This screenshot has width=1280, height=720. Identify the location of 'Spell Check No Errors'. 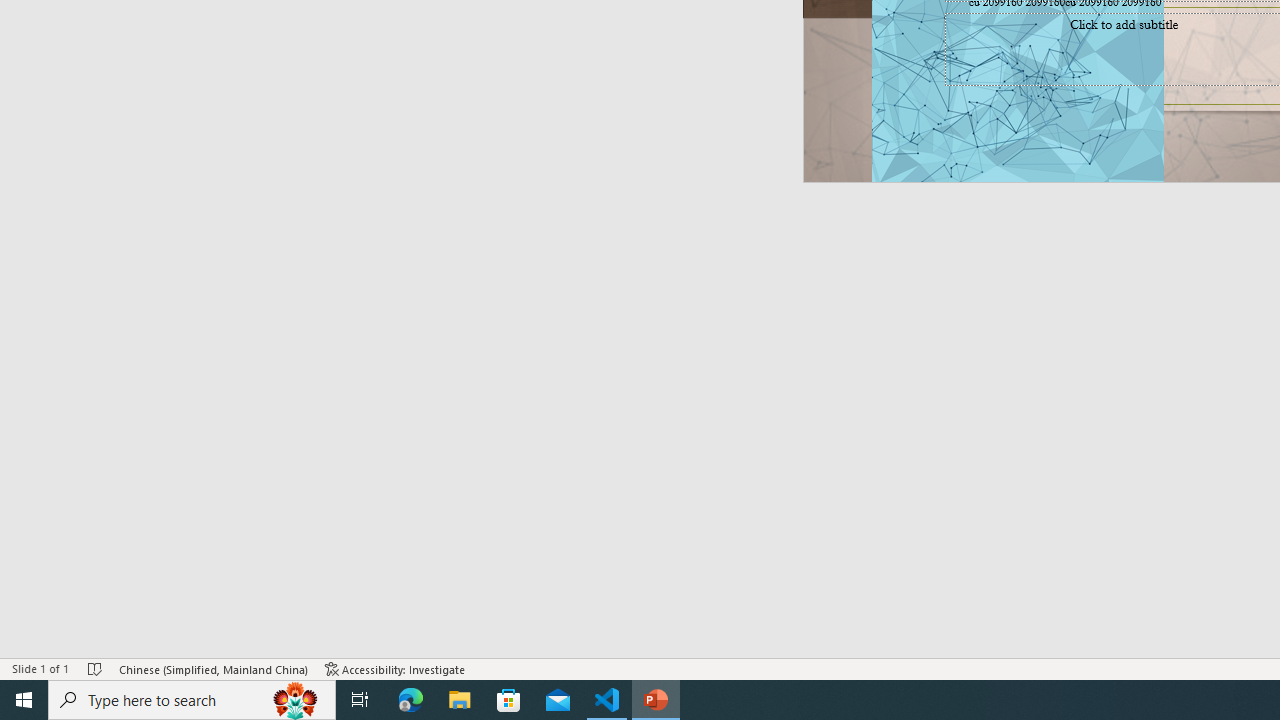
(95, 669).